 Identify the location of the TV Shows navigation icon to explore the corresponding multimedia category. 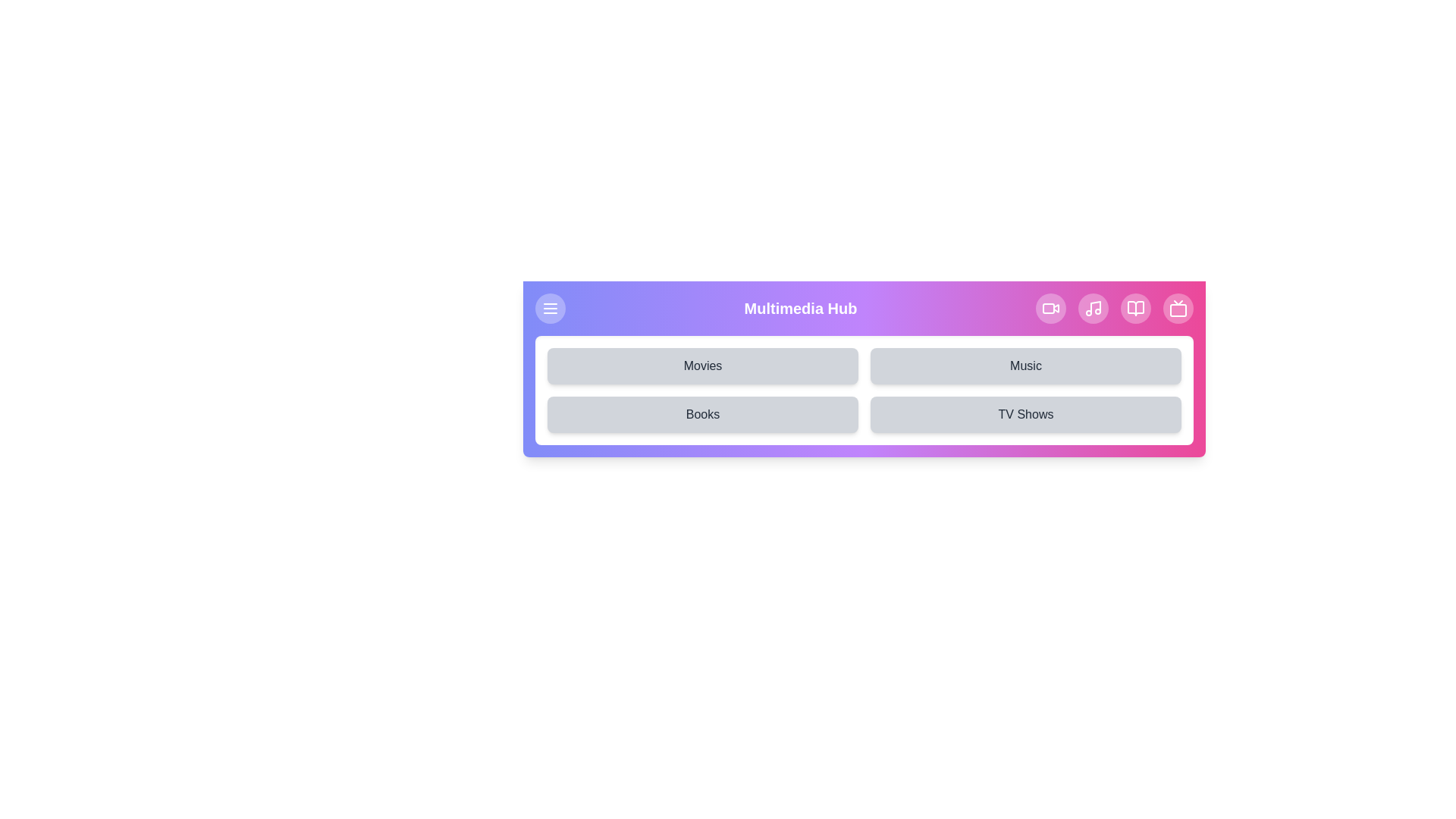
(1178, 308).